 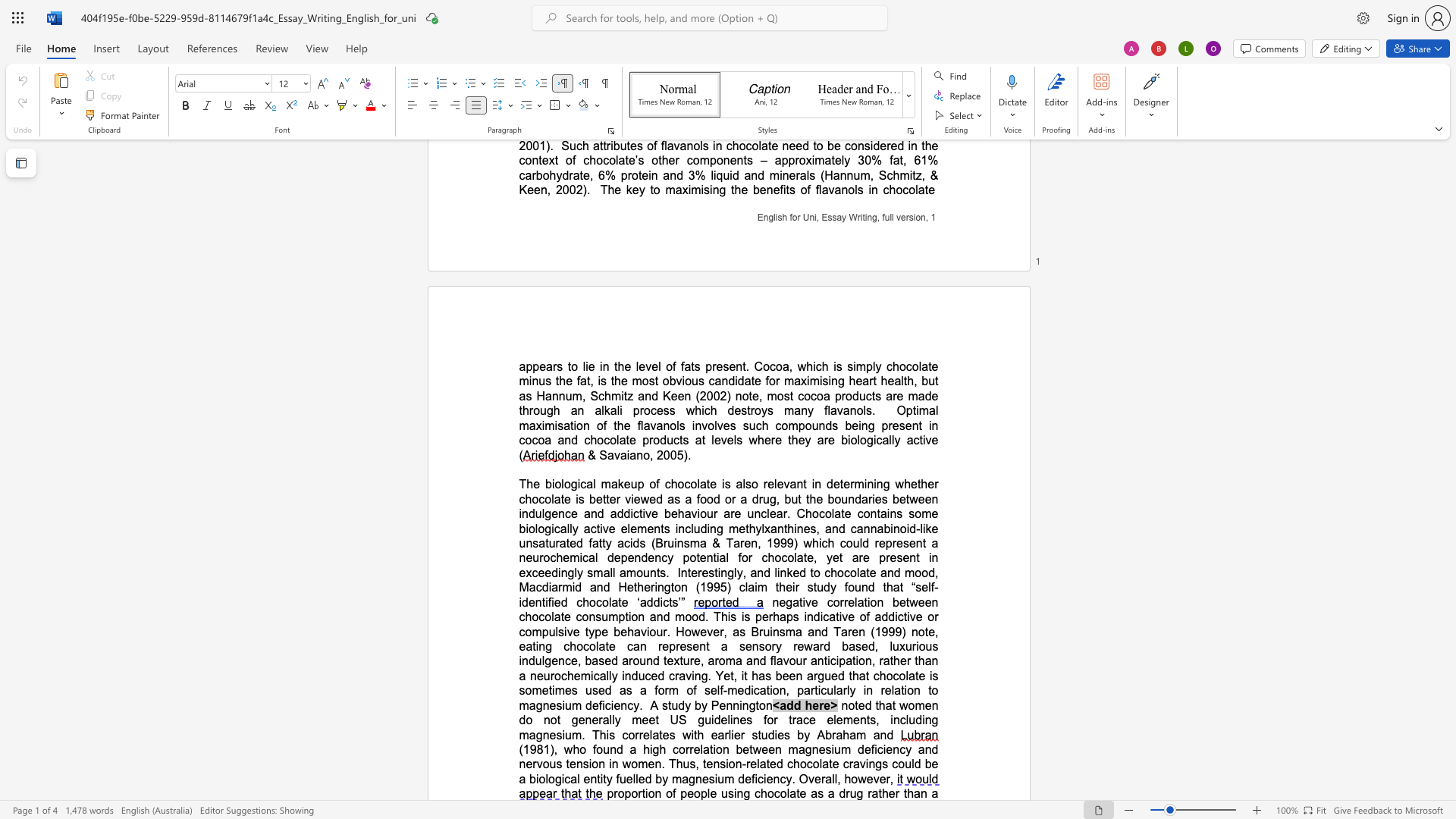 I want to click on the space between the continuous character "u" and "c" in the text, so click(x=575, y=146).